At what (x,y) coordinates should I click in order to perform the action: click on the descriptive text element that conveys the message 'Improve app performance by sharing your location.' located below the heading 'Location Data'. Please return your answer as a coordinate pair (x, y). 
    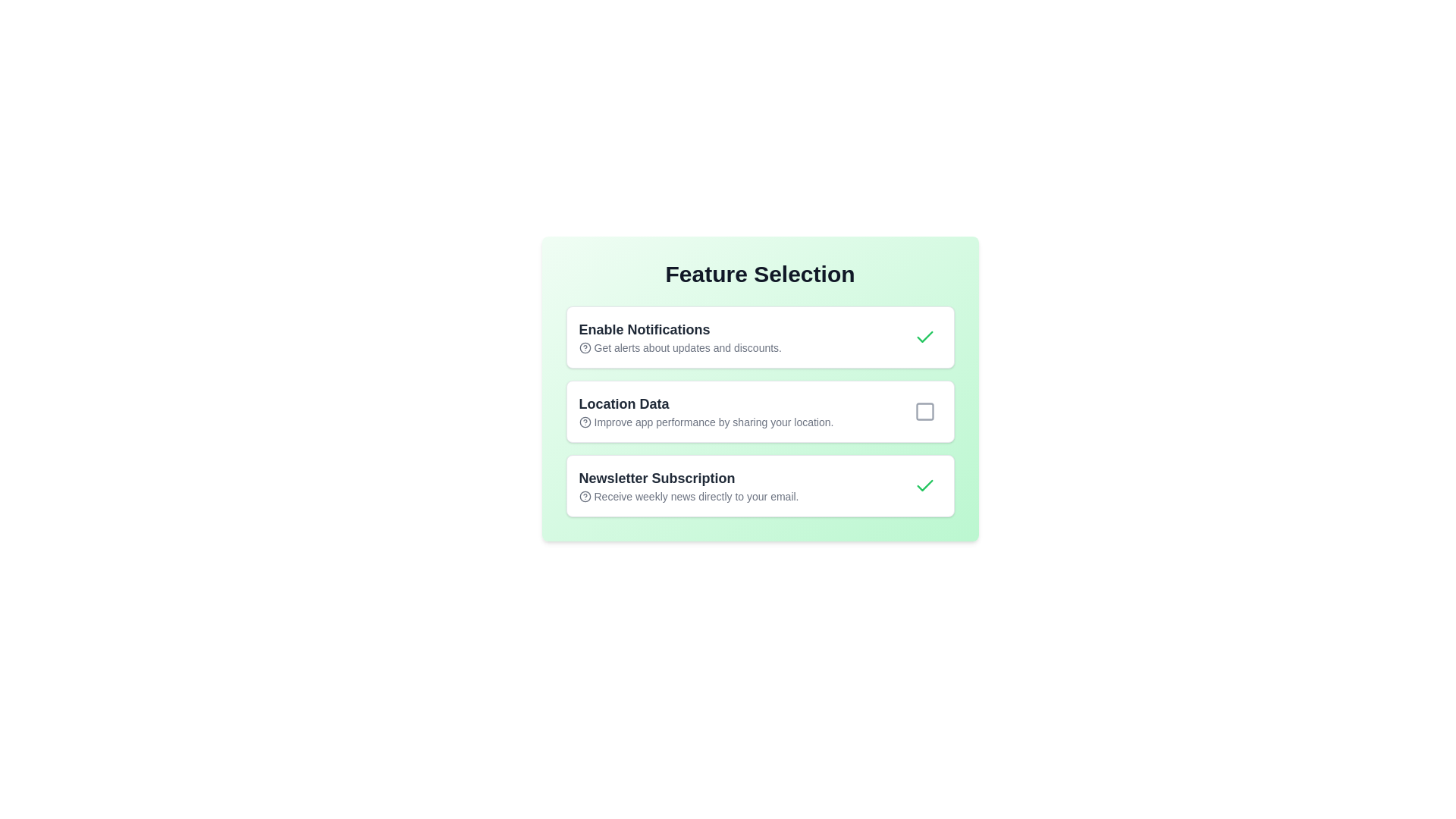
    Looking at the image, I should click on (705, 422).